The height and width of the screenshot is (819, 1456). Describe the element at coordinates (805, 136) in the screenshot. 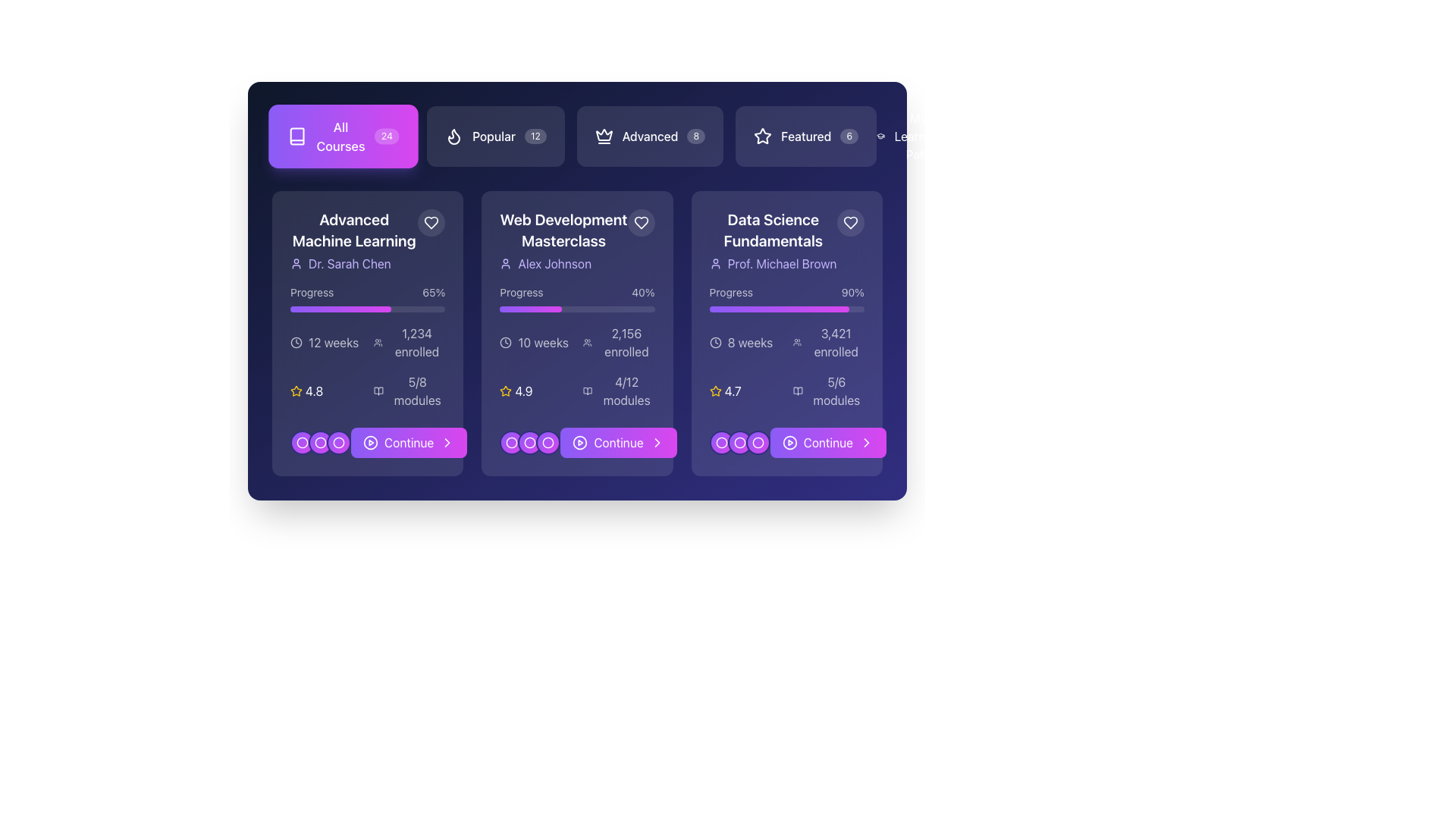

I see `the button labeled 'Featured' which has a white star icon and a badge showing the count '6' to trigger a visual effect indicating interactivity` at that location.